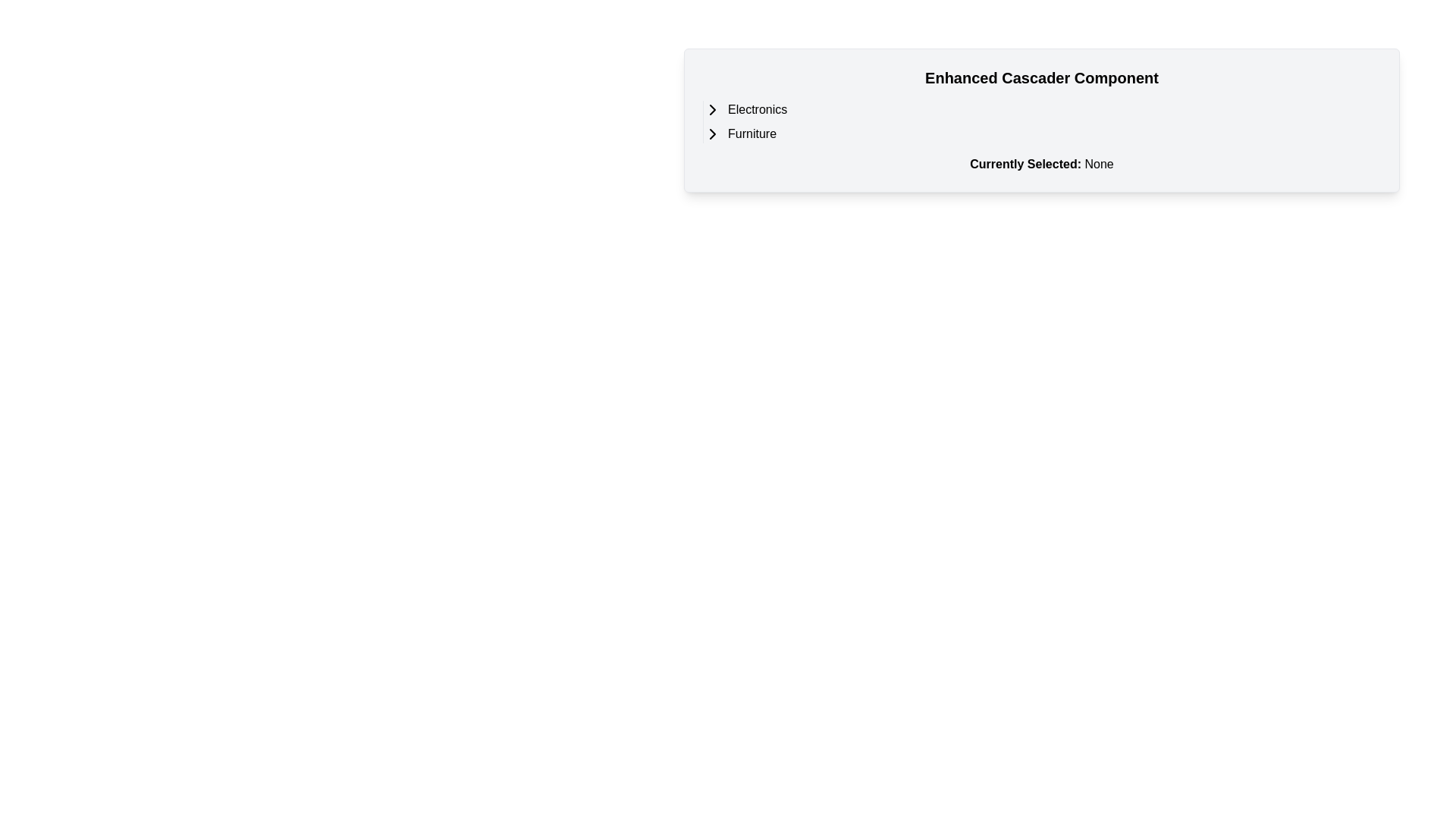  Describe the element at coordinates (712, 109) in the screenshot. I see `the right-pointing chevron icon` at that location.